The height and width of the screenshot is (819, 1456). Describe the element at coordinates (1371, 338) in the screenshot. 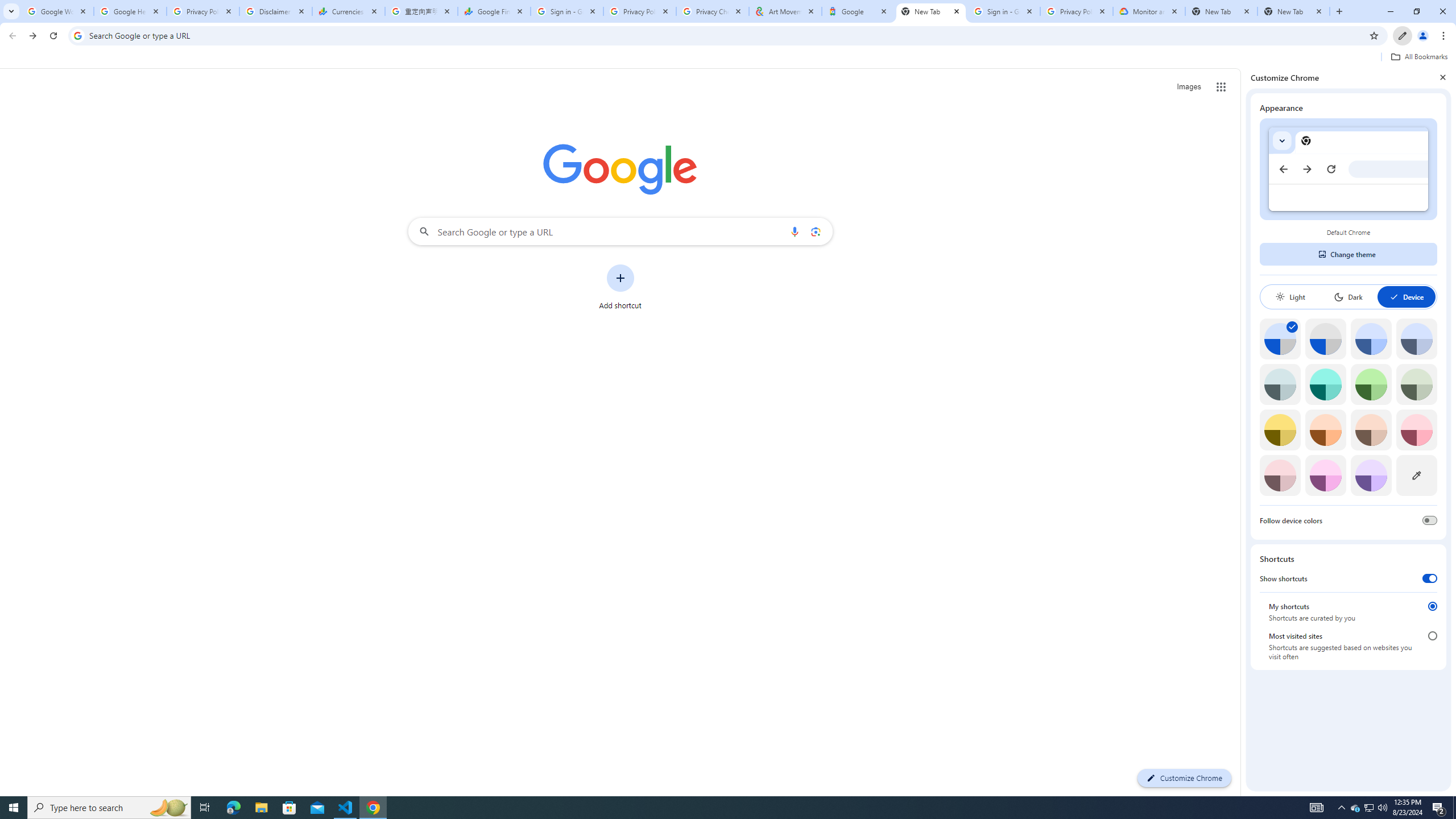

I see `'Blue'` at that location.